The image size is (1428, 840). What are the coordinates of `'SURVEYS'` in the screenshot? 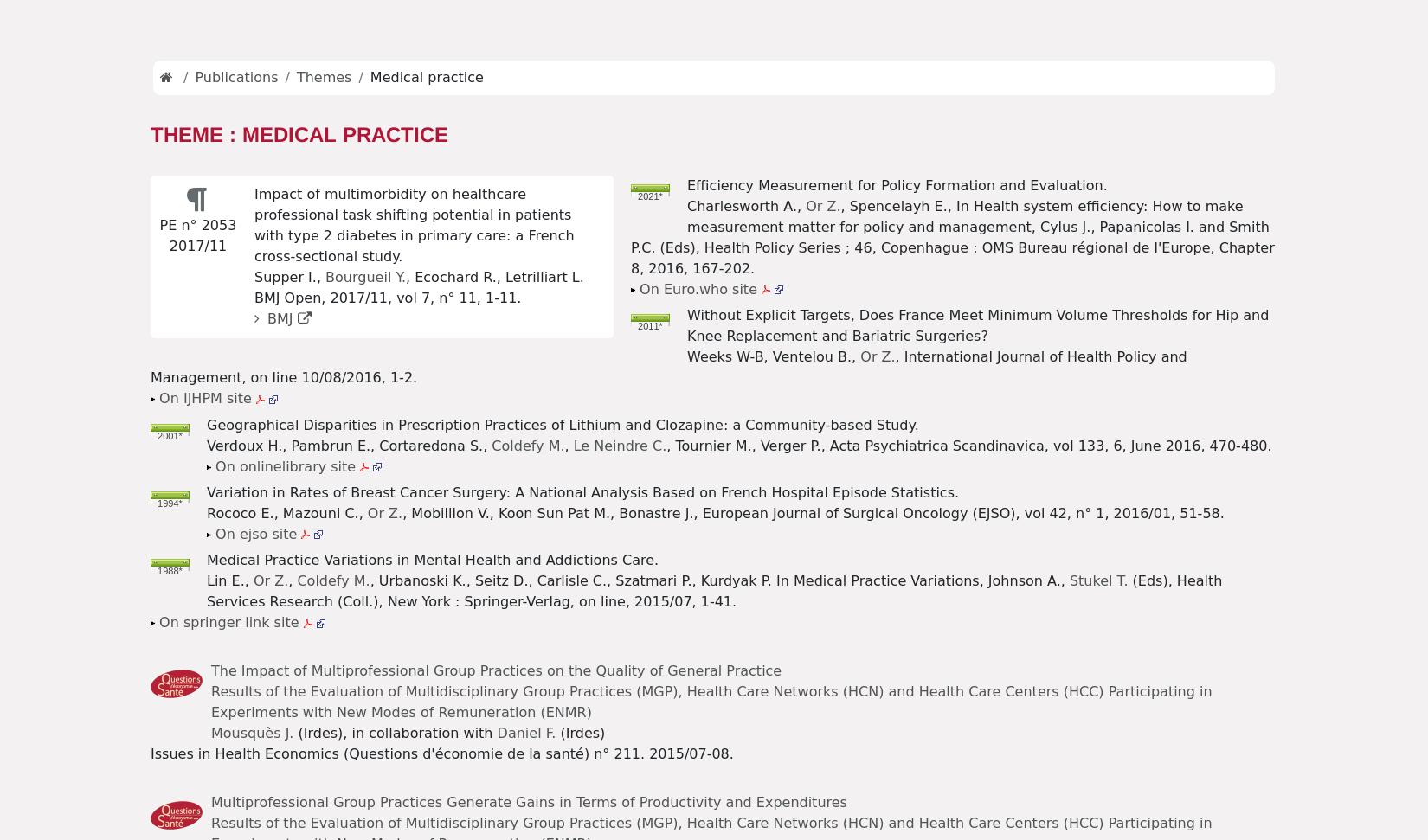 It's located at (602, 31).